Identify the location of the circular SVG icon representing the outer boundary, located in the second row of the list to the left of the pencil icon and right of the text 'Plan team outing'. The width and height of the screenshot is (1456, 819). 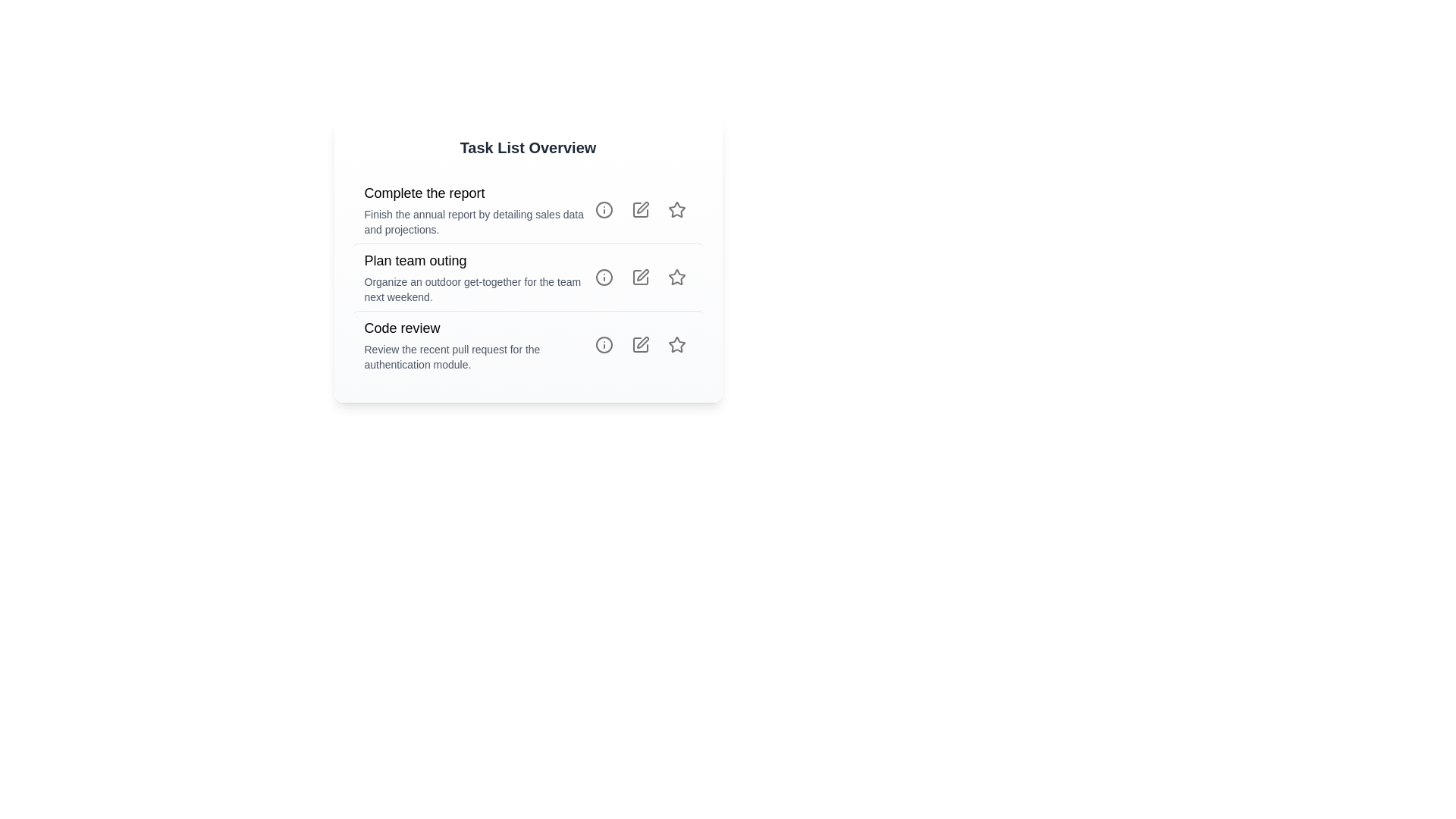
(603, 278).